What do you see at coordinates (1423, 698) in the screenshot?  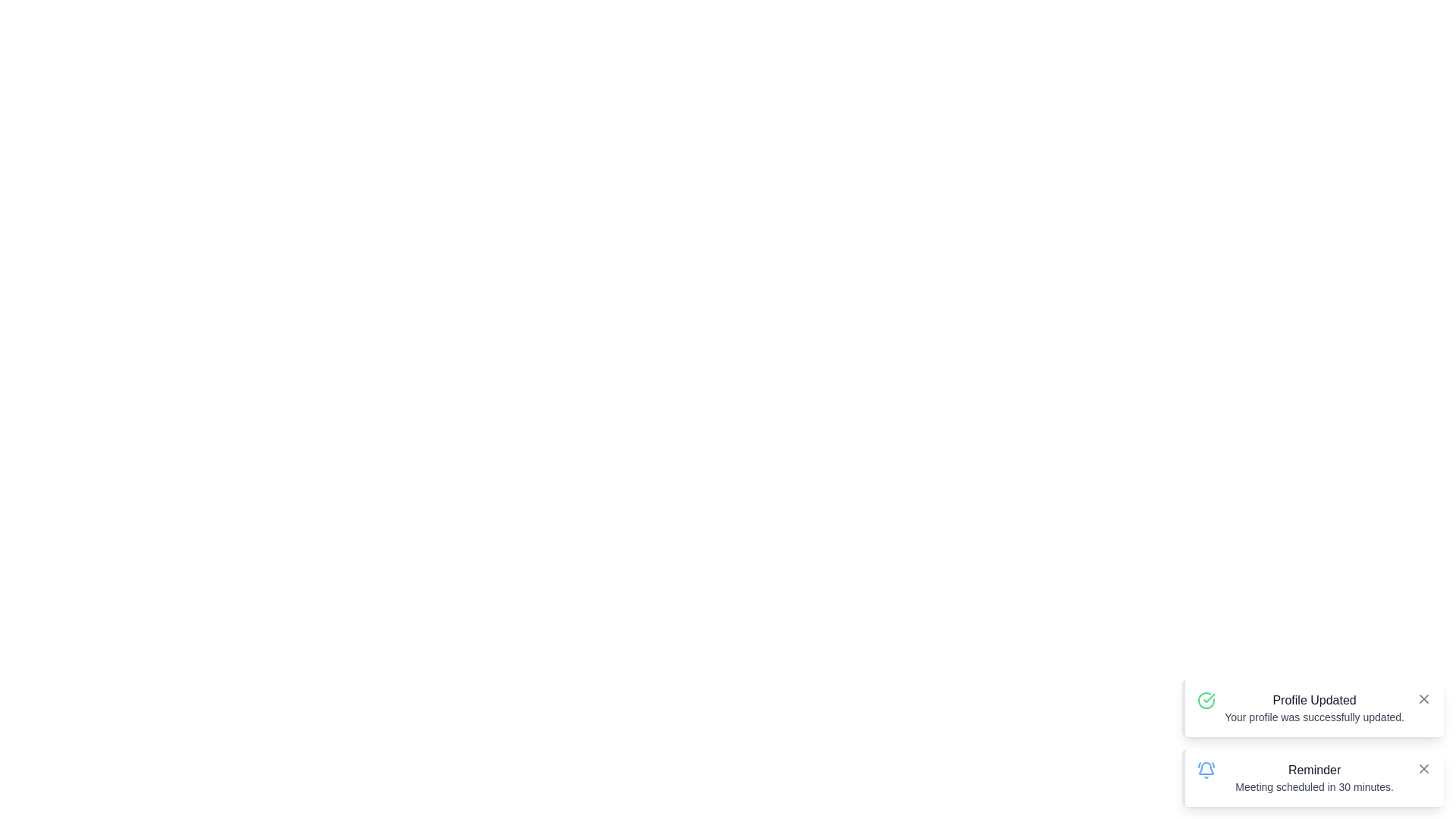 I see `the 'X' icon button in the top-right corner of the 'Profile Updated' notification card` at bounding box center [1423, 698].